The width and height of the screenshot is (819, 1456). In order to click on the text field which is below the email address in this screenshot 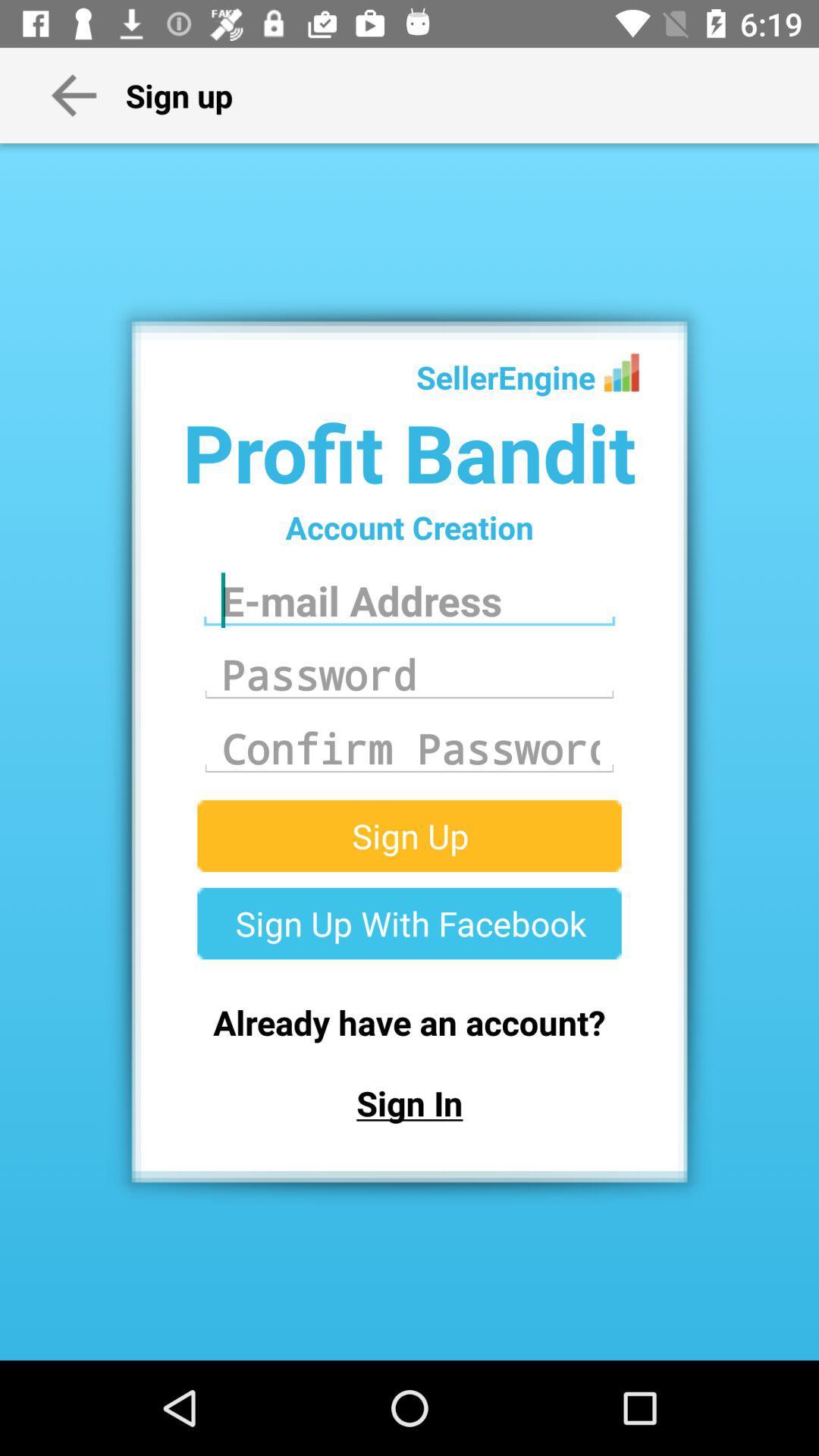, I will do `click(409, 673)`.